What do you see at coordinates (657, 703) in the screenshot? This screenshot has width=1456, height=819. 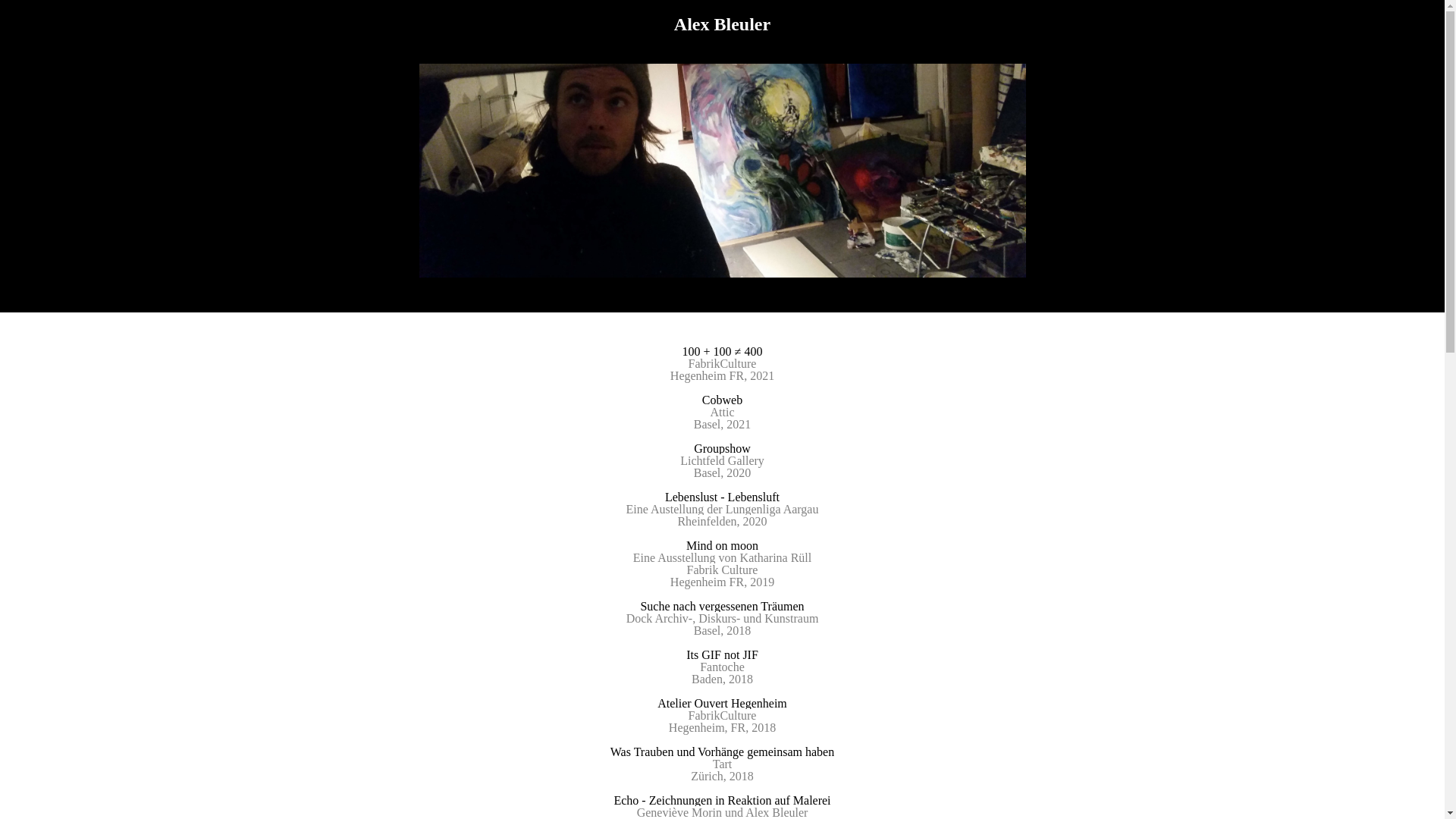 I see `'Atelier Ouvert Hegenheim'` at bounding box center [657, 703].